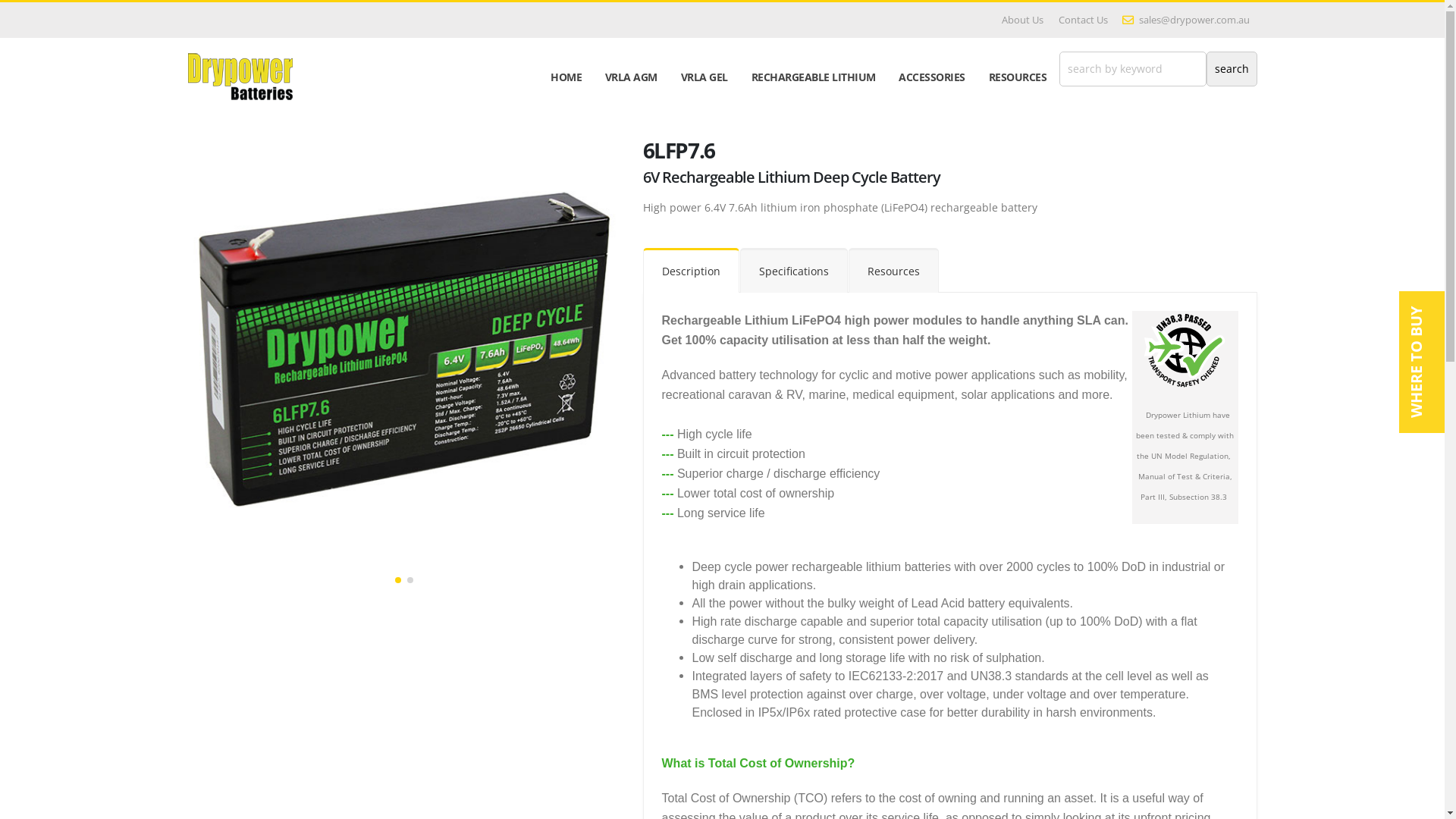 Image resolution: width=1456 pixels, height=819 pixels. I want to click on 'sales@drypower.com.au', so click(1185, 20).